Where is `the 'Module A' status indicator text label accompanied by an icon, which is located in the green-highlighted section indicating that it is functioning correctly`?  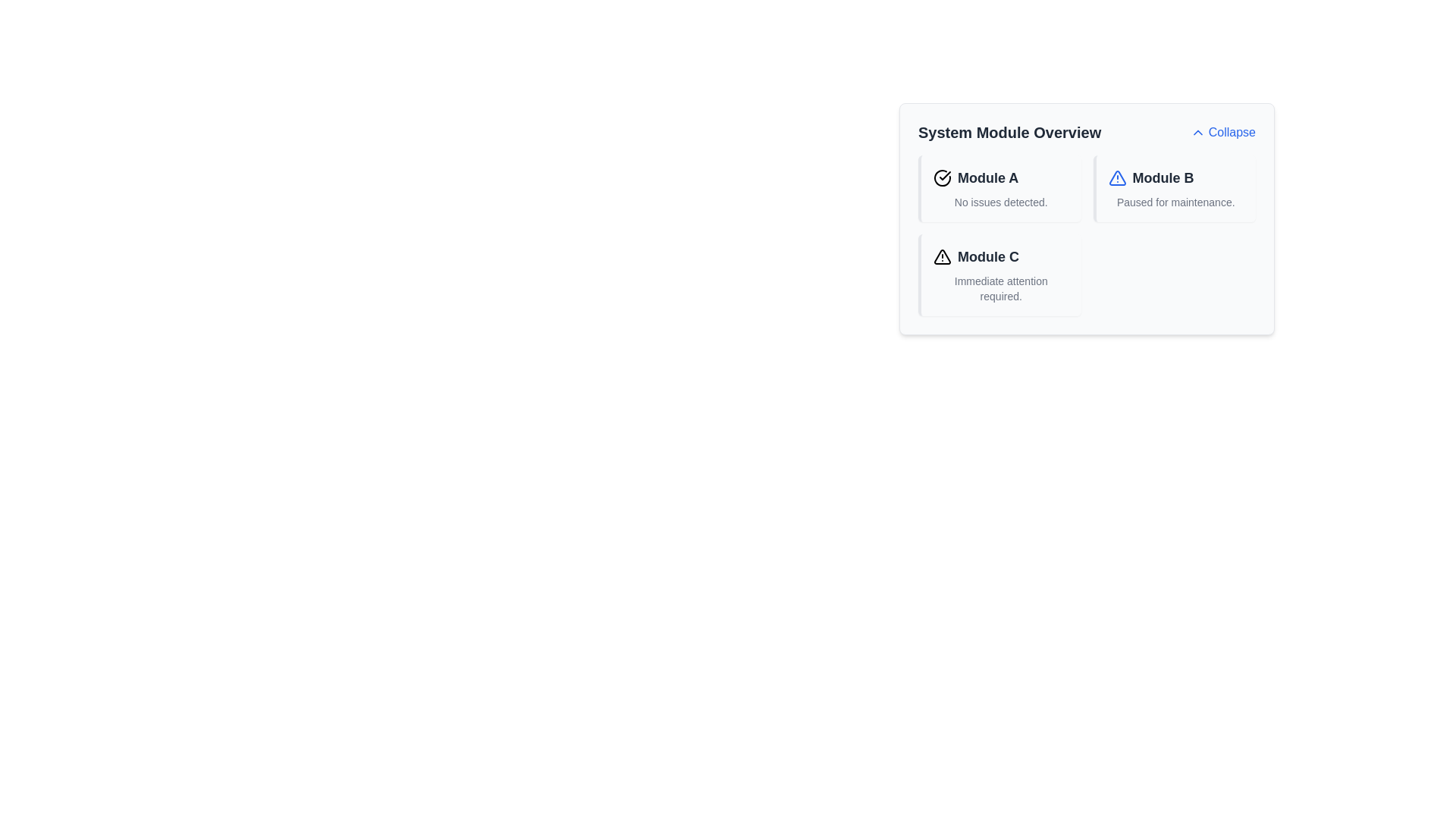 the 'Module A' status indicator text label accompanied by an icon, which is located in the green-highlighted section indicating that it is functioning correctly is located at coordinates (1001, 177).